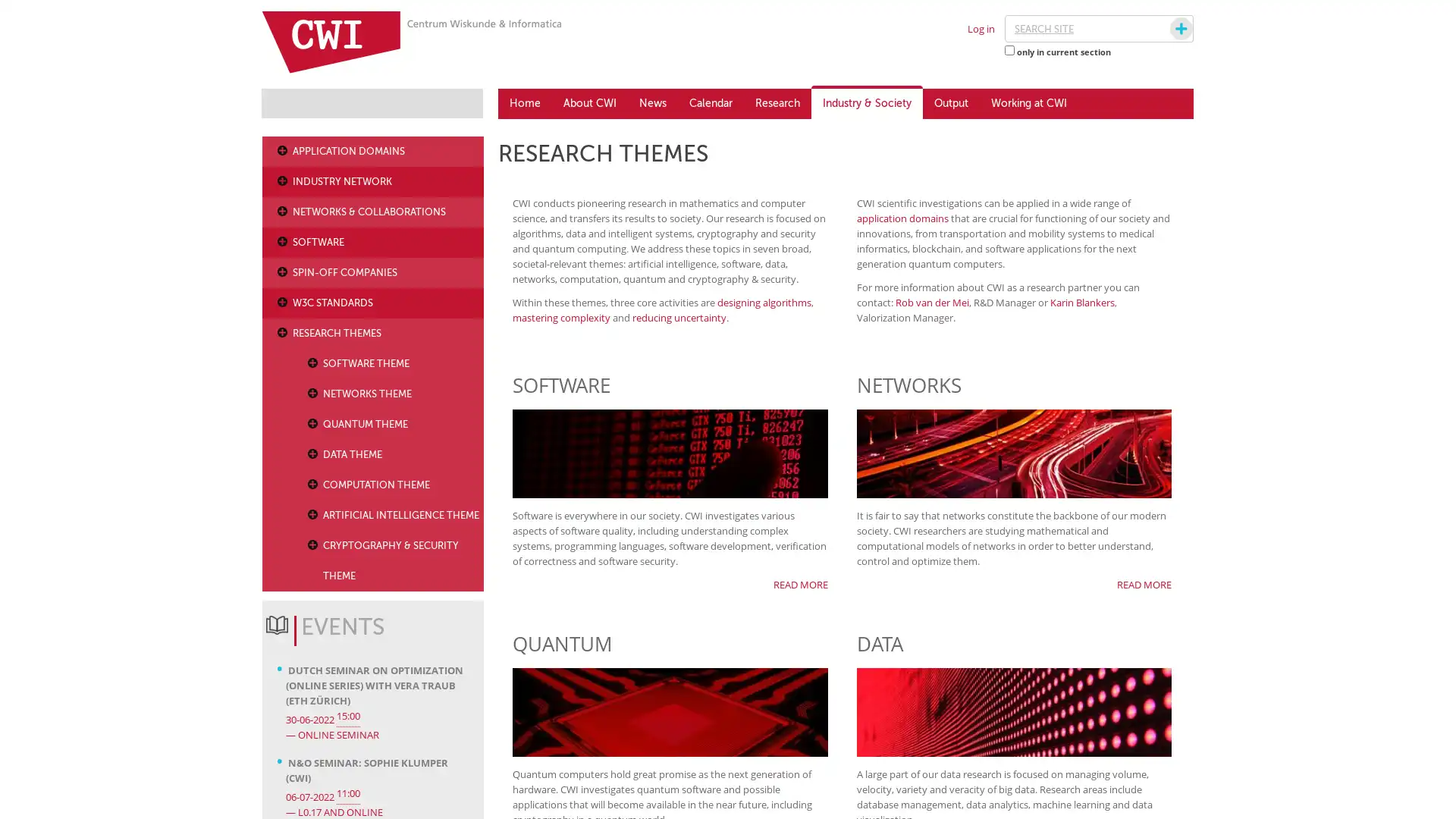 This screenshot has height=819, width=1456. I want to click on Search, so click(1166, 29).